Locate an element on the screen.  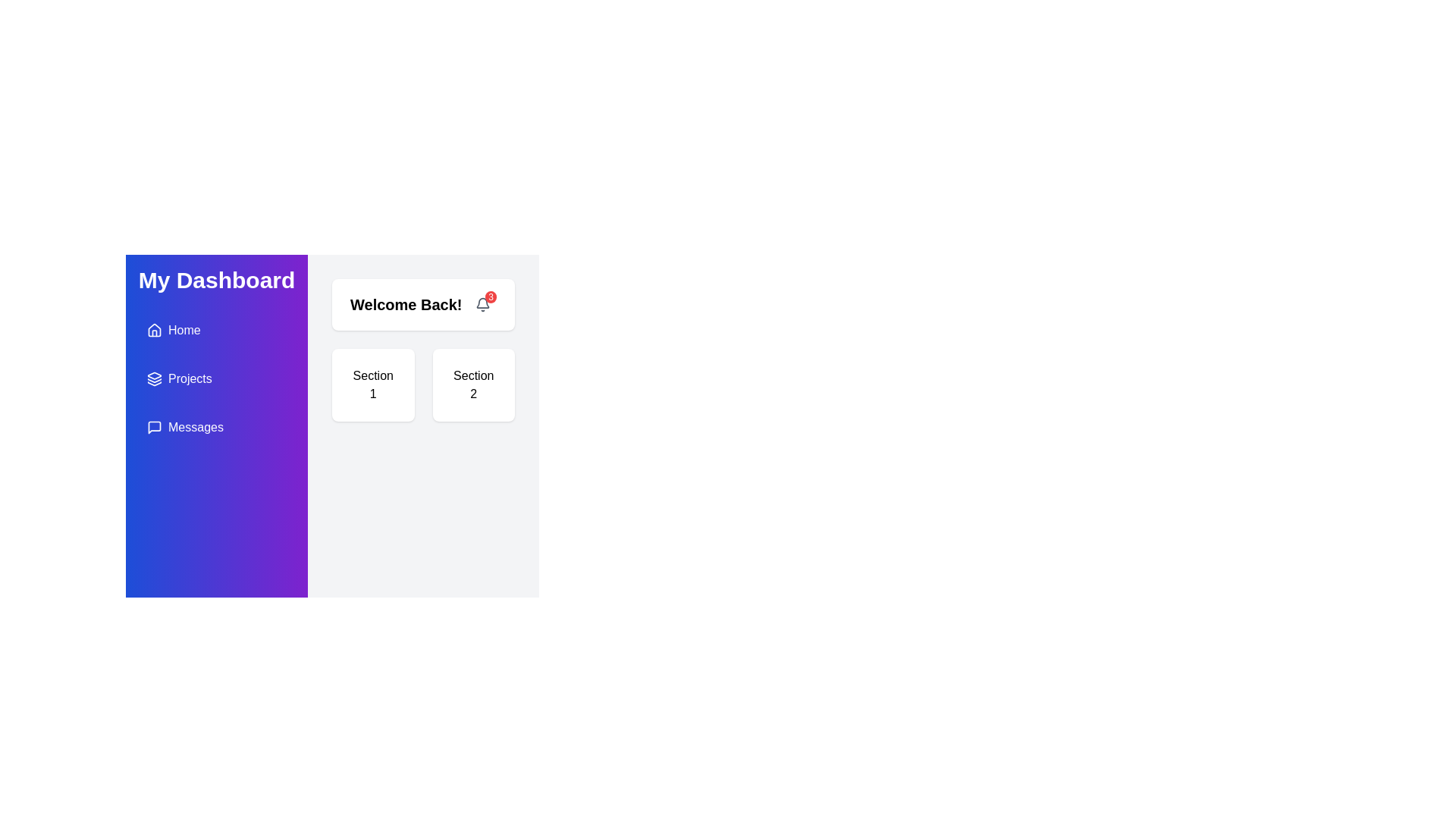
the 'Messages' icon located in the left-hand navigation menu is located at coordinates (154, 427).